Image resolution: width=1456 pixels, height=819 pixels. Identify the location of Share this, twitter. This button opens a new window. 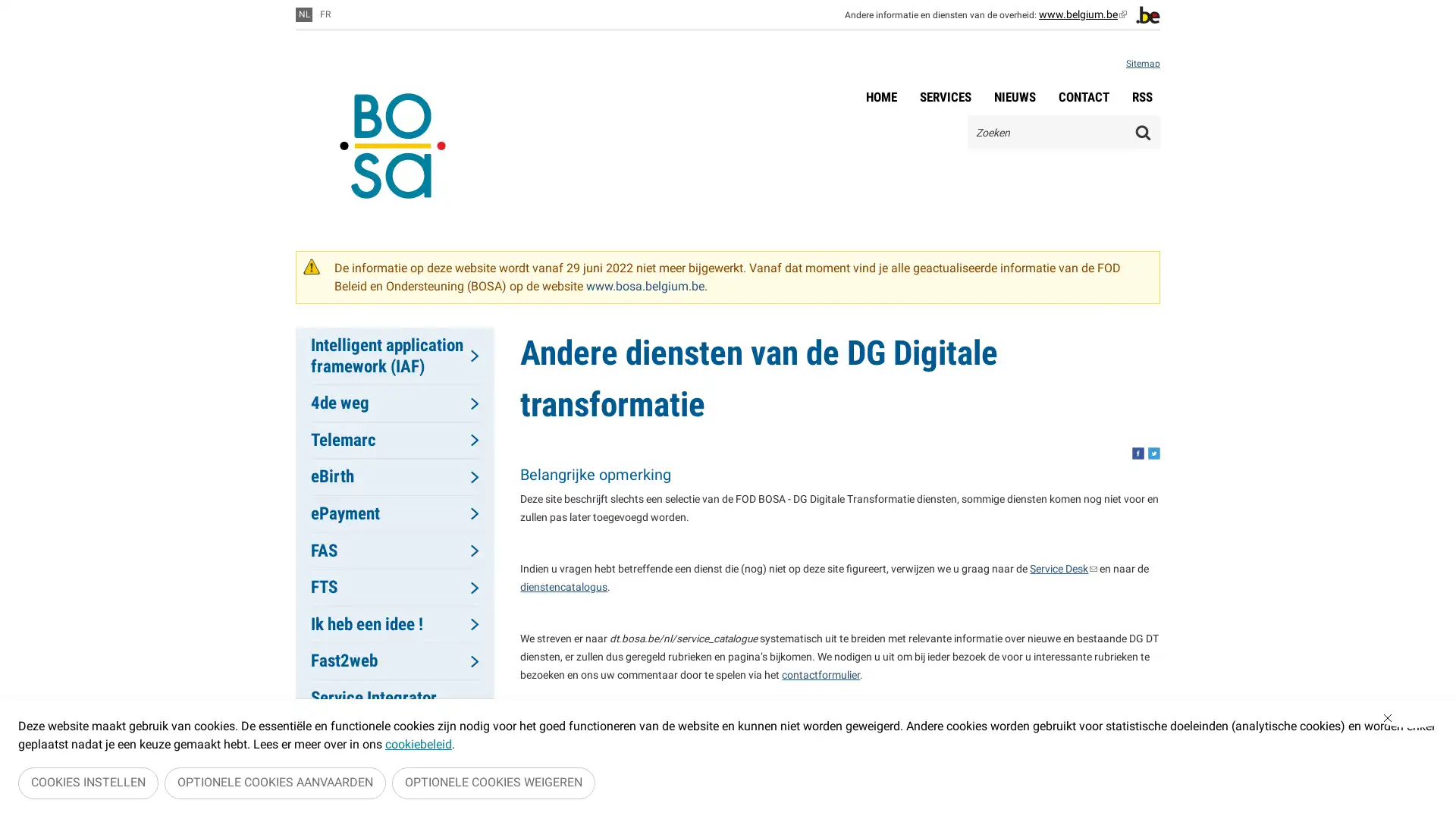
(1153, 452).